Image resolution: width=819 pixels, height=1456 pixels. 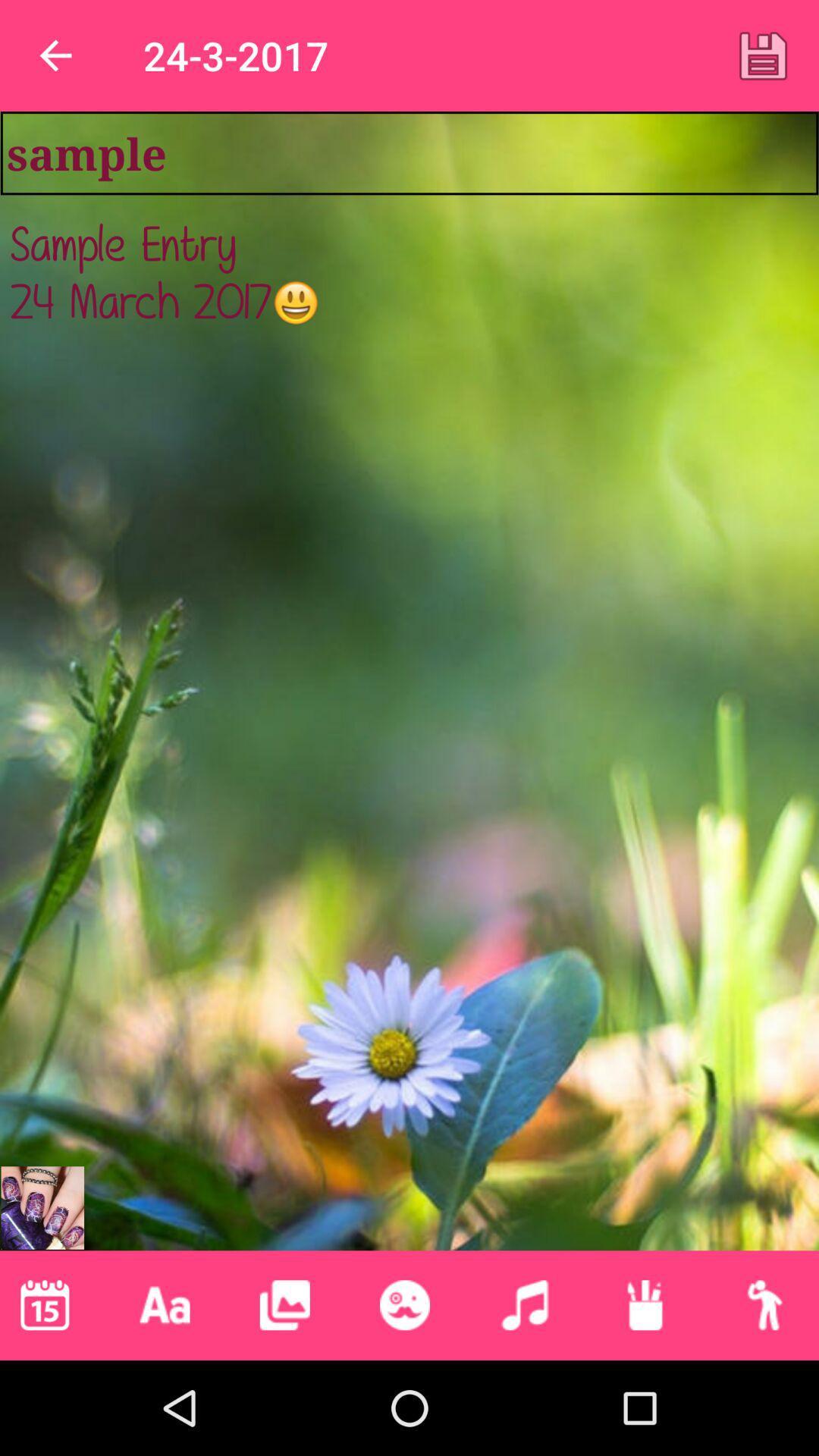 I want to click on click on image, so click(x=284, y=1304).